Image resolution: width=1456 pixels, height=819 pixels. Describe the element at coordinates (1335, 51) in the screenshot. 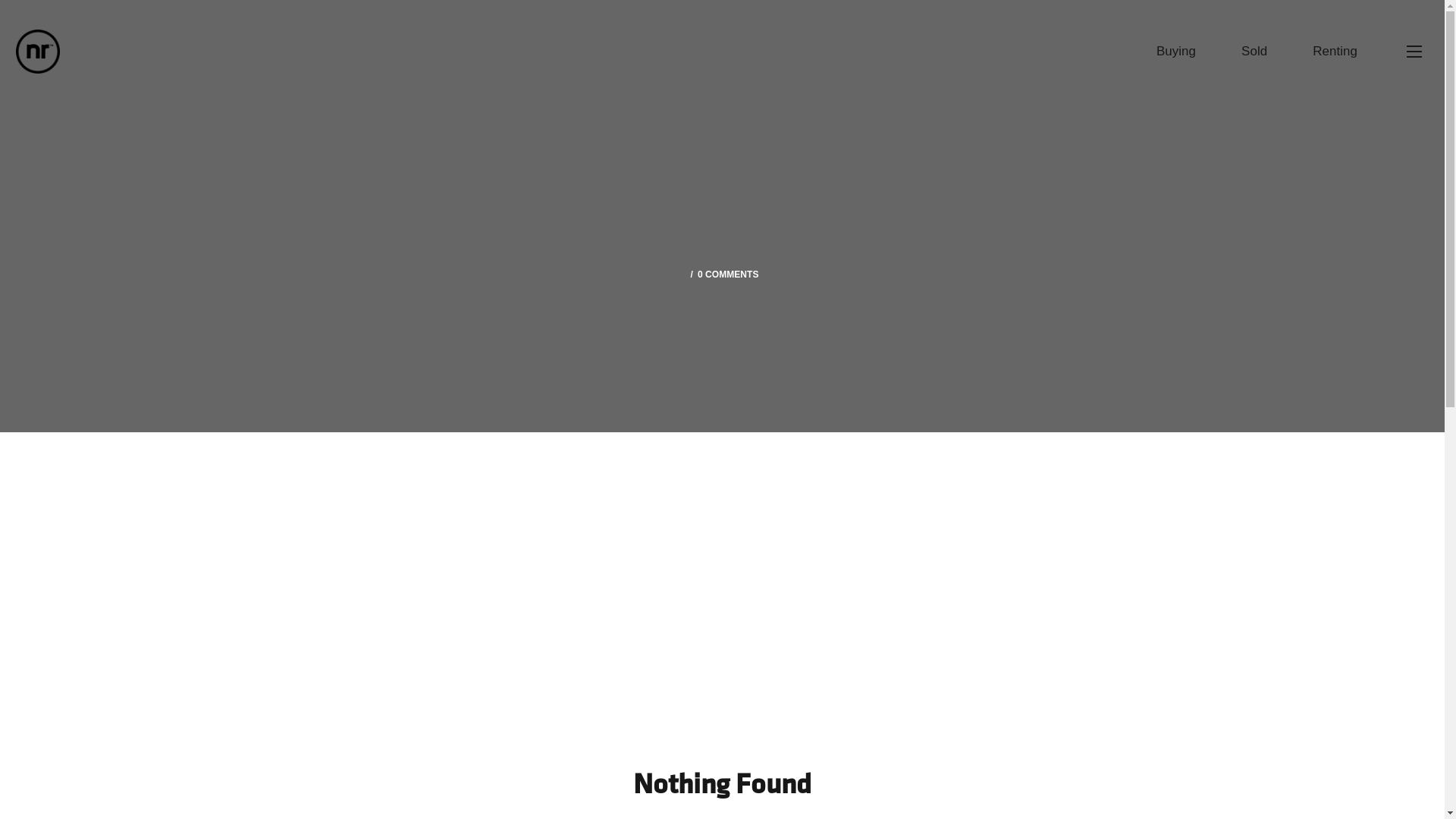

I see `'Renting'` at that location.